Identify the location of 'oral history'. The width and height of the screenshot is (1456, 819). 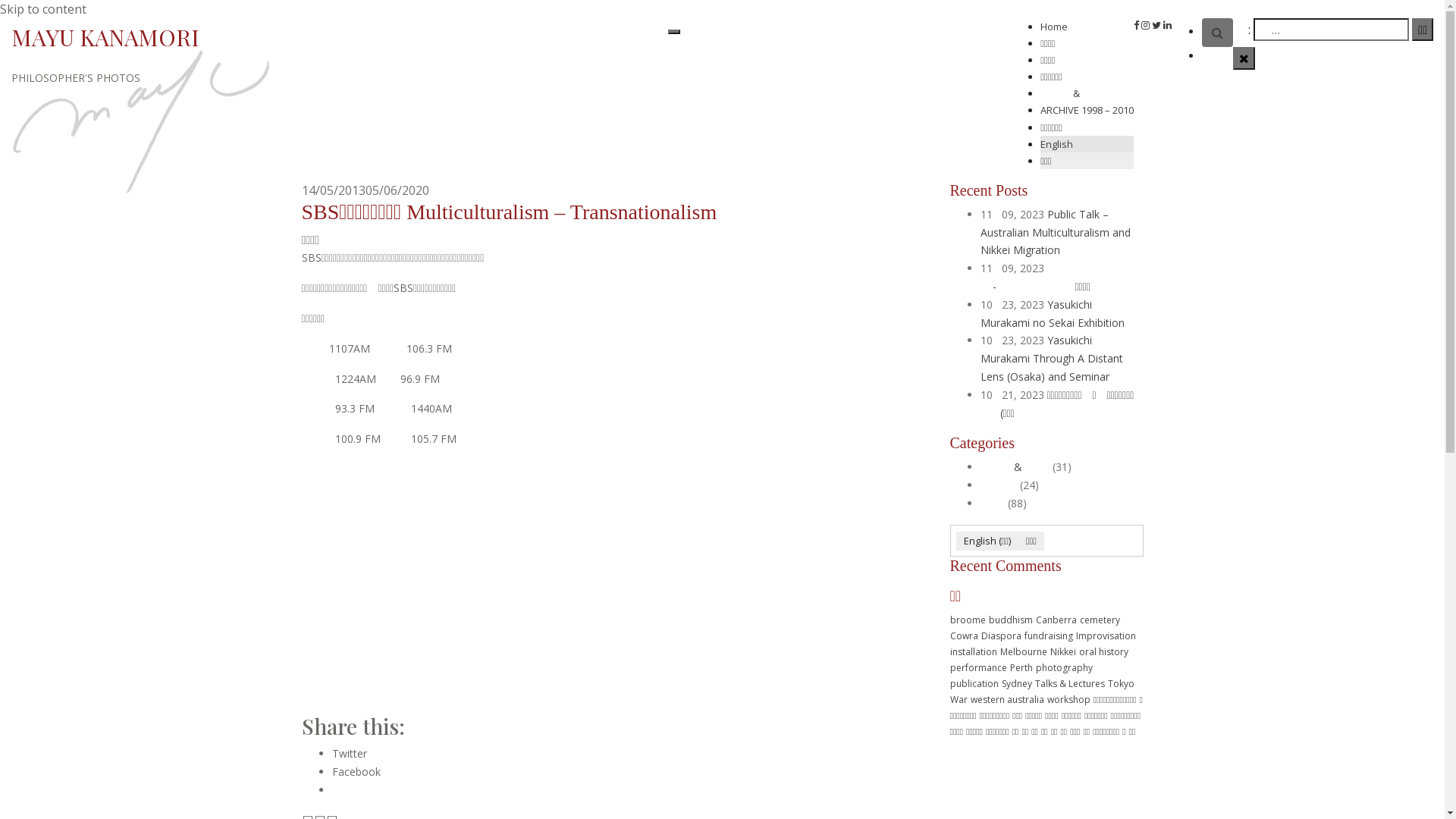
(1103, 651).